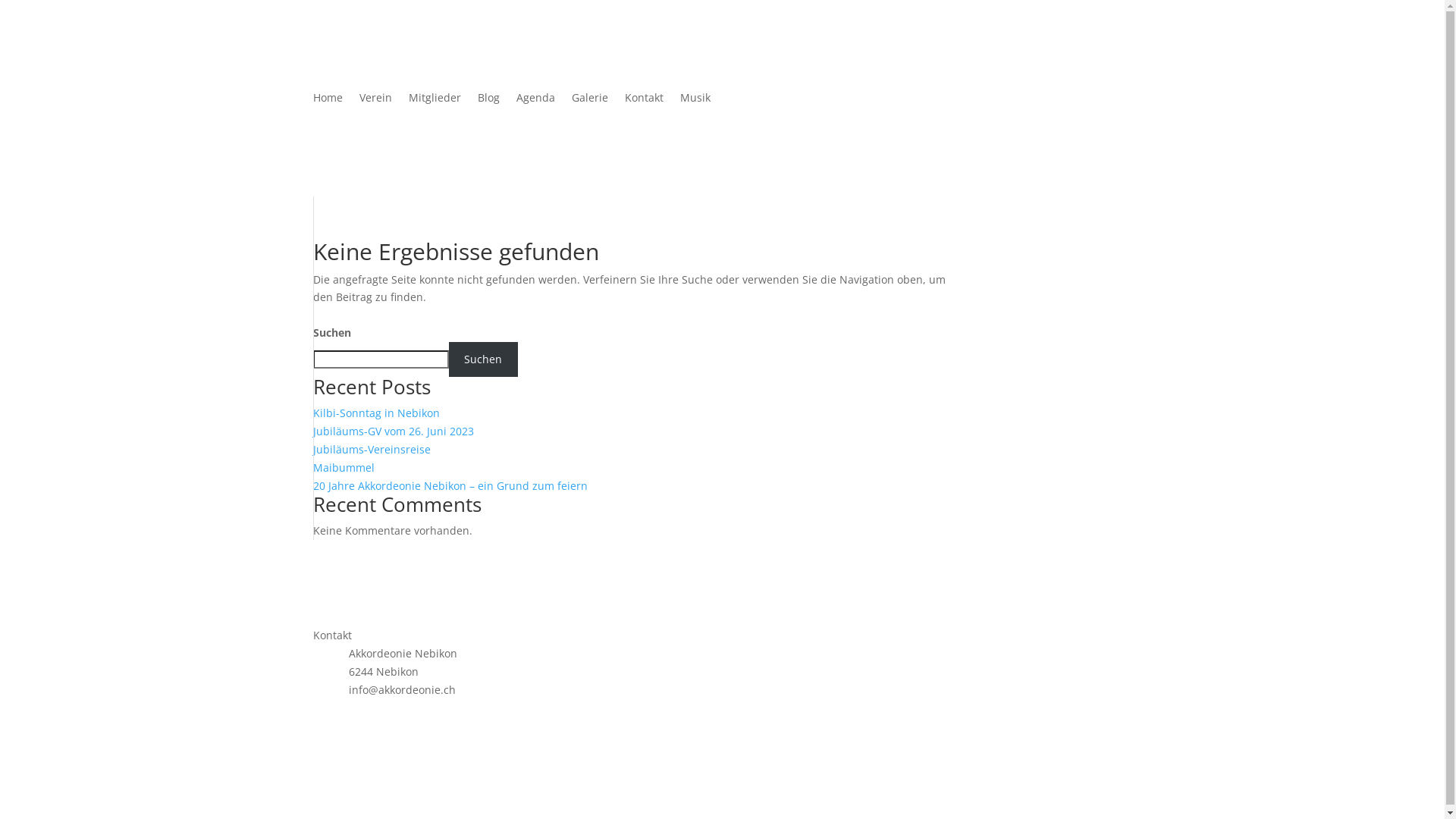 Image resolution: width=1456 pixels, height=819 pixels. I want to click on 'Mitglieder', so click(407, 100).